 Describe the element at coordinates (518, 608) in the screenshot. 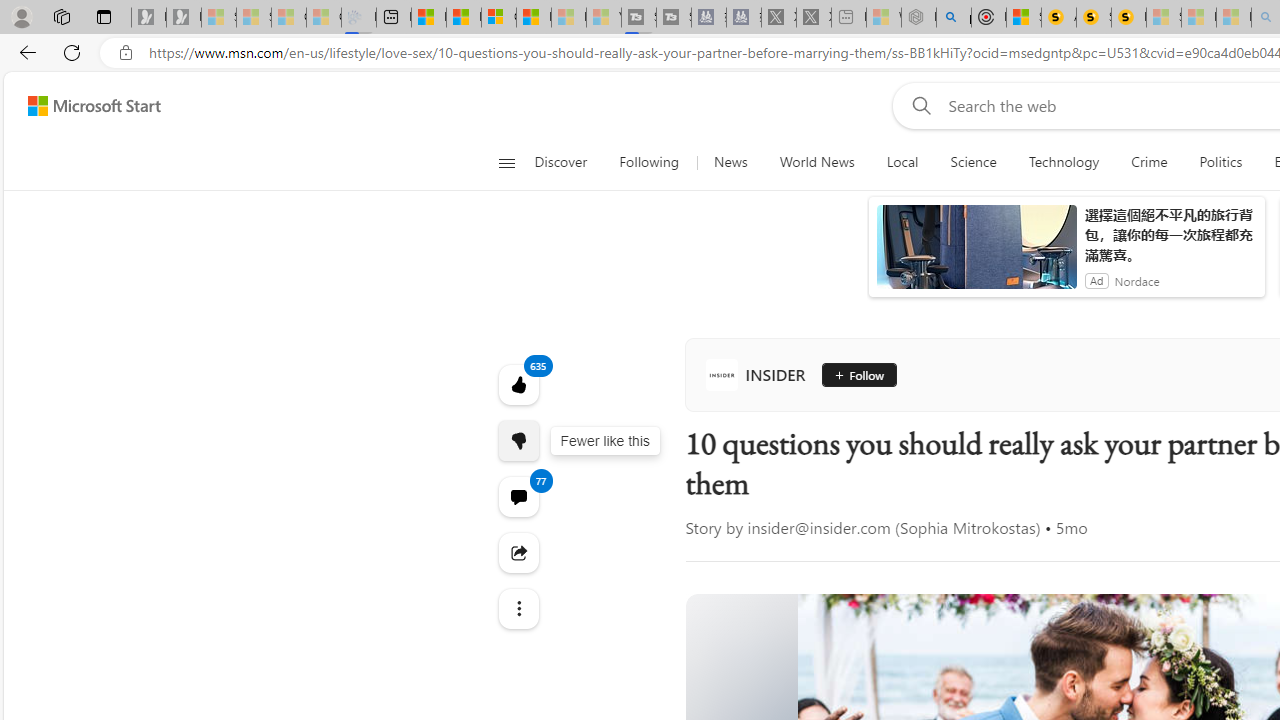

I see `'See more'` at that location.